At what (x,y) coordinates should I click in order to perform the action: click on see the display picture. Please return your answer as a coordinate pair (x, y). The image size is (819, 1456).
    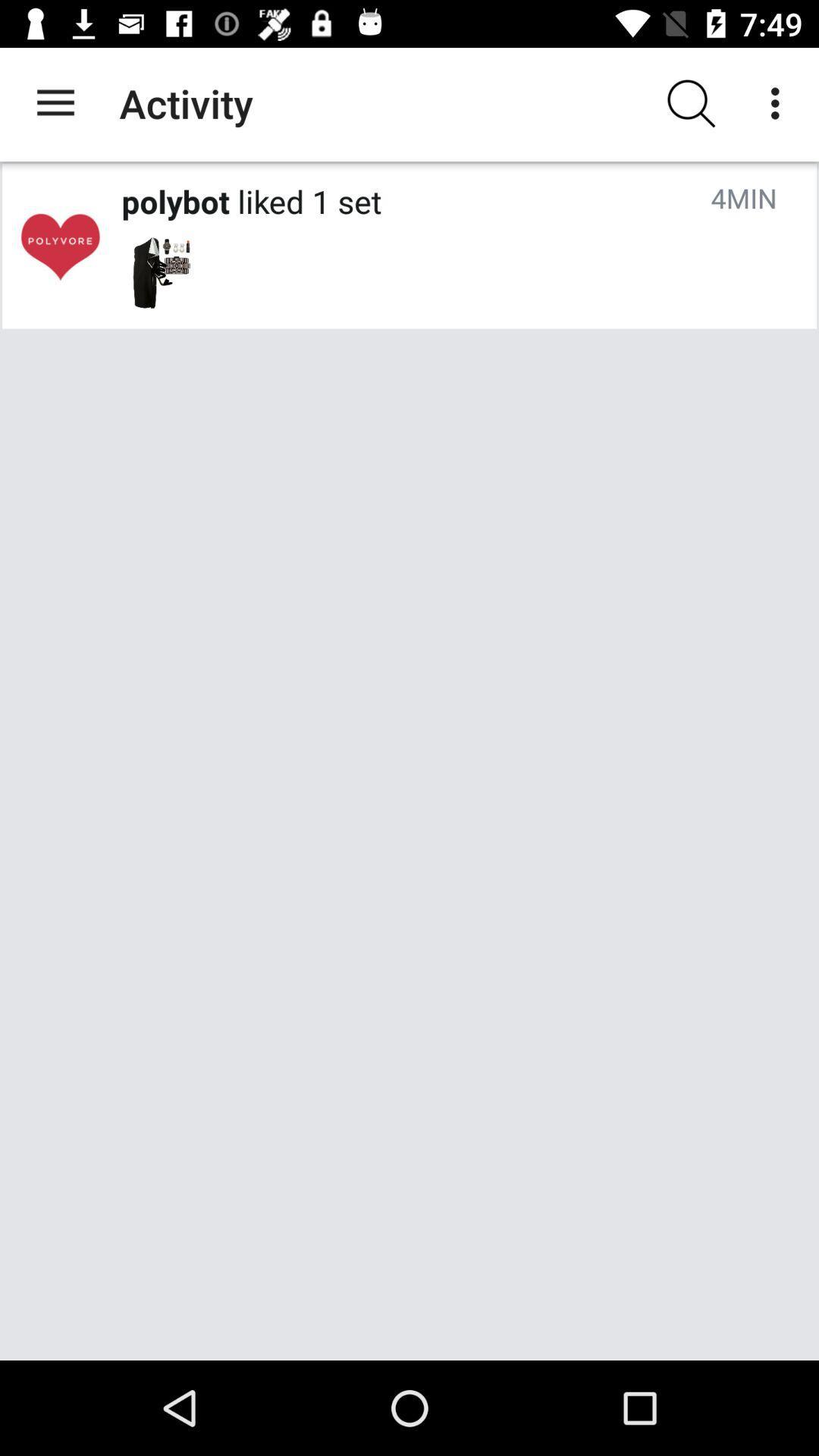
    Looking at the image, I should click on (59, 246).